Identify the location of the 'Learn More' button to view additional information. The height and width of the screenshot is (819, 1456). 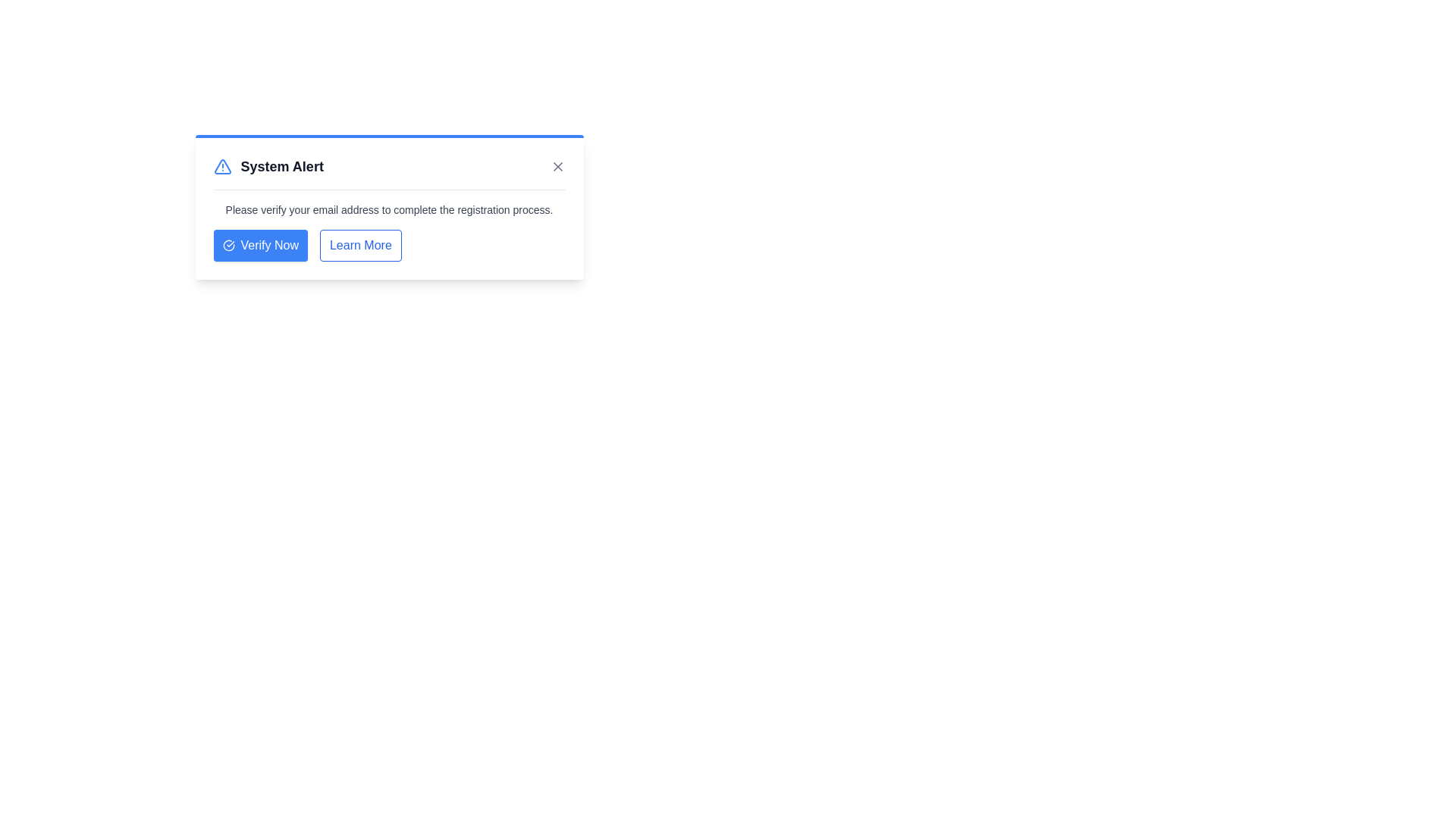
(359, 245).